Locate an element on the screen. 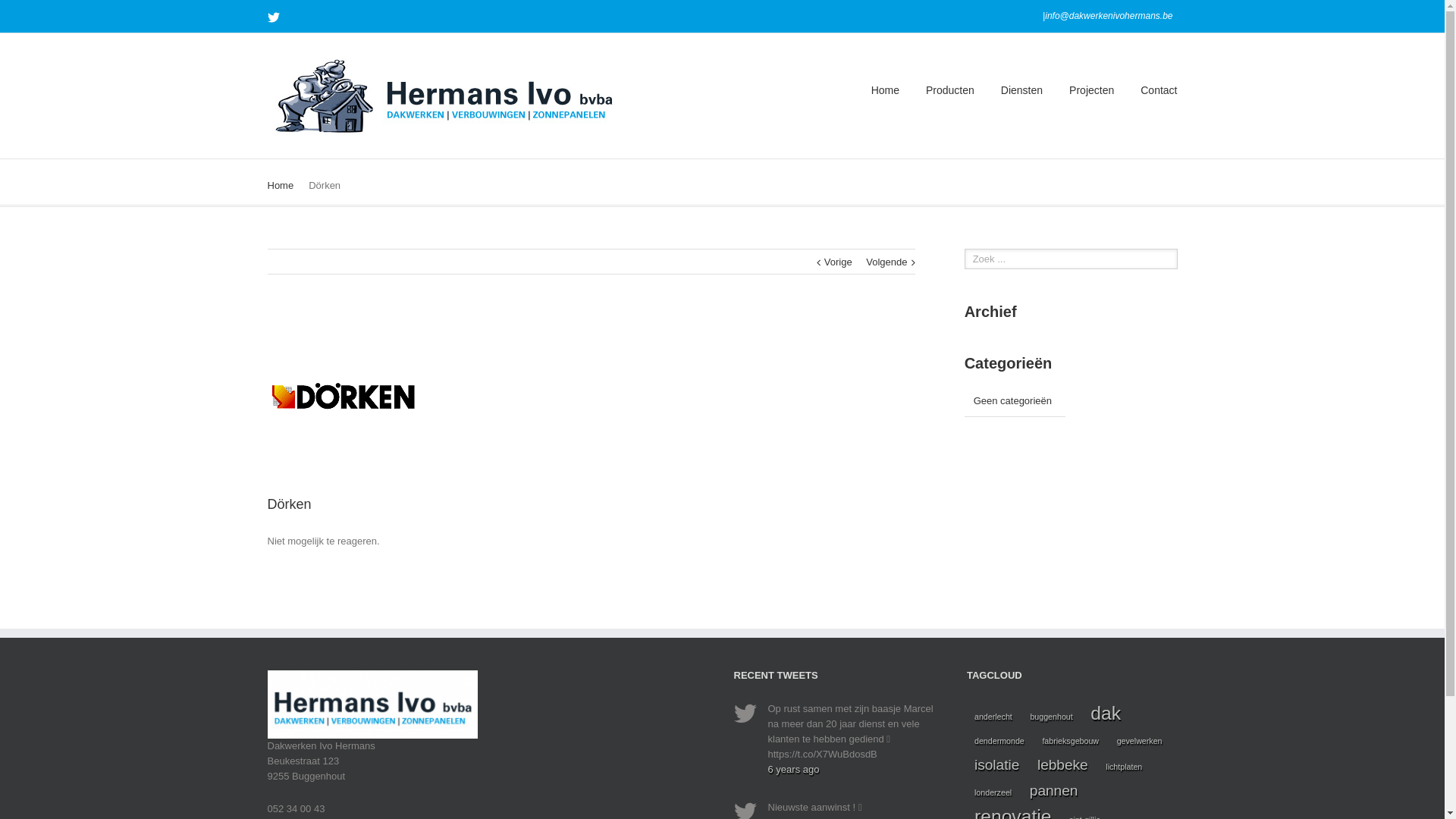 This screenshot has height=819, width=1456. 'dendermonde' is located at coordinates (999, 739).